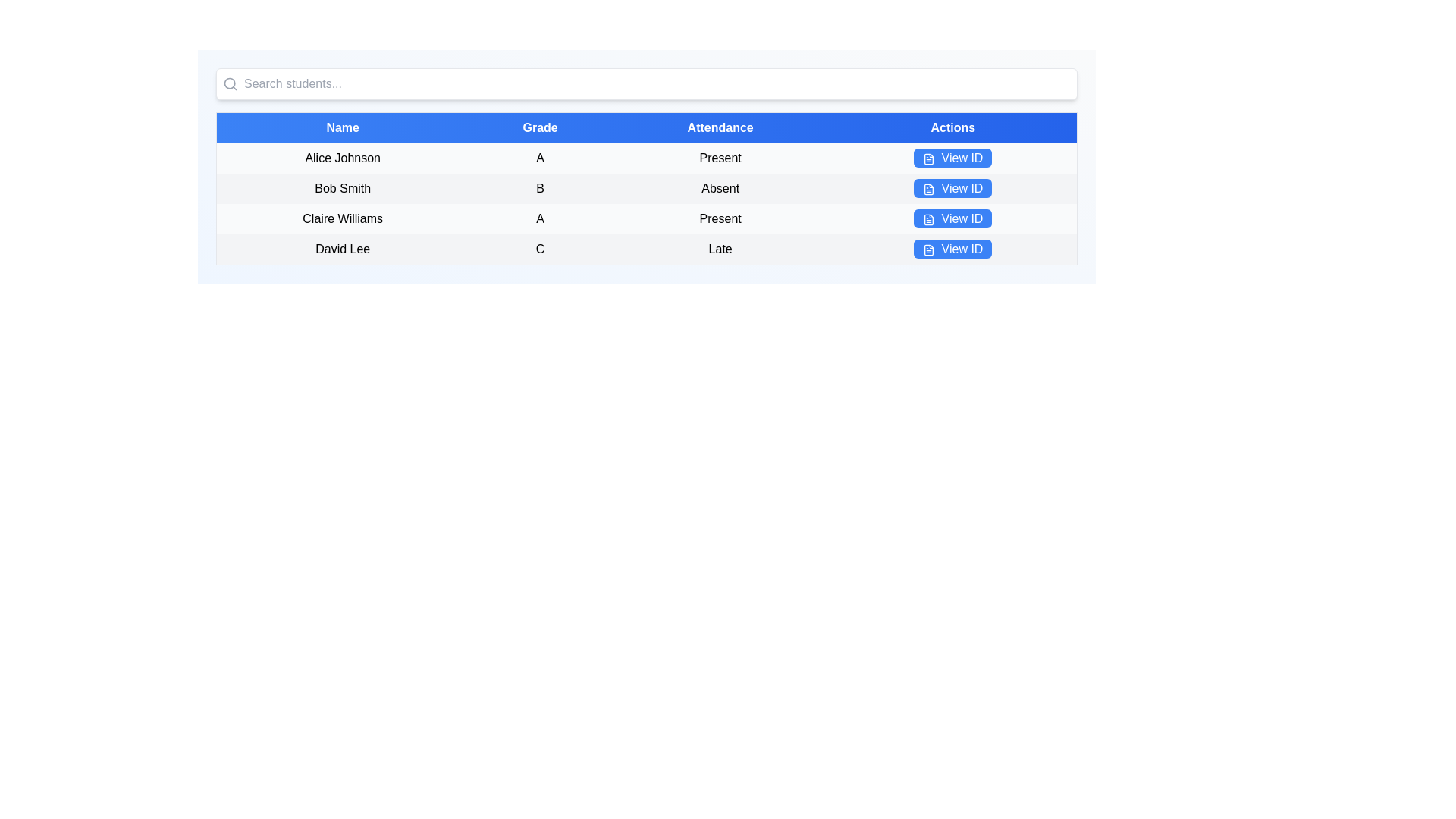 This screenshot has height=819, width=1456. I want to click on the SVG icon resembling a document with text, which is located to the left of the 'View ID' button in the last row of the 'Actions' column, so click(928, 249).